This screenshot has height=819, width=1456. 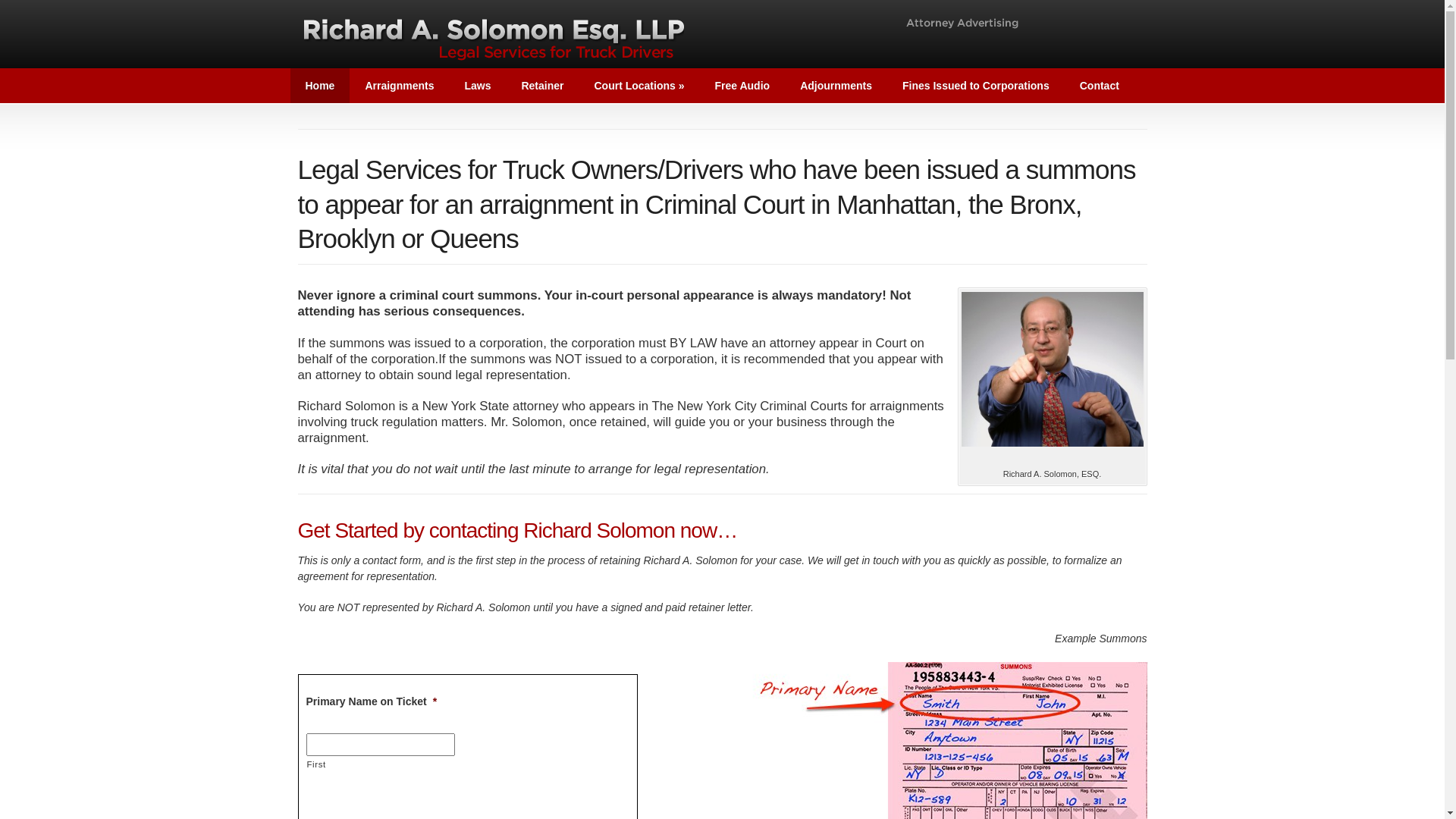 I want to click on 'Richard A. Solomon ESQ. LLP', so click(x=297, y=34).